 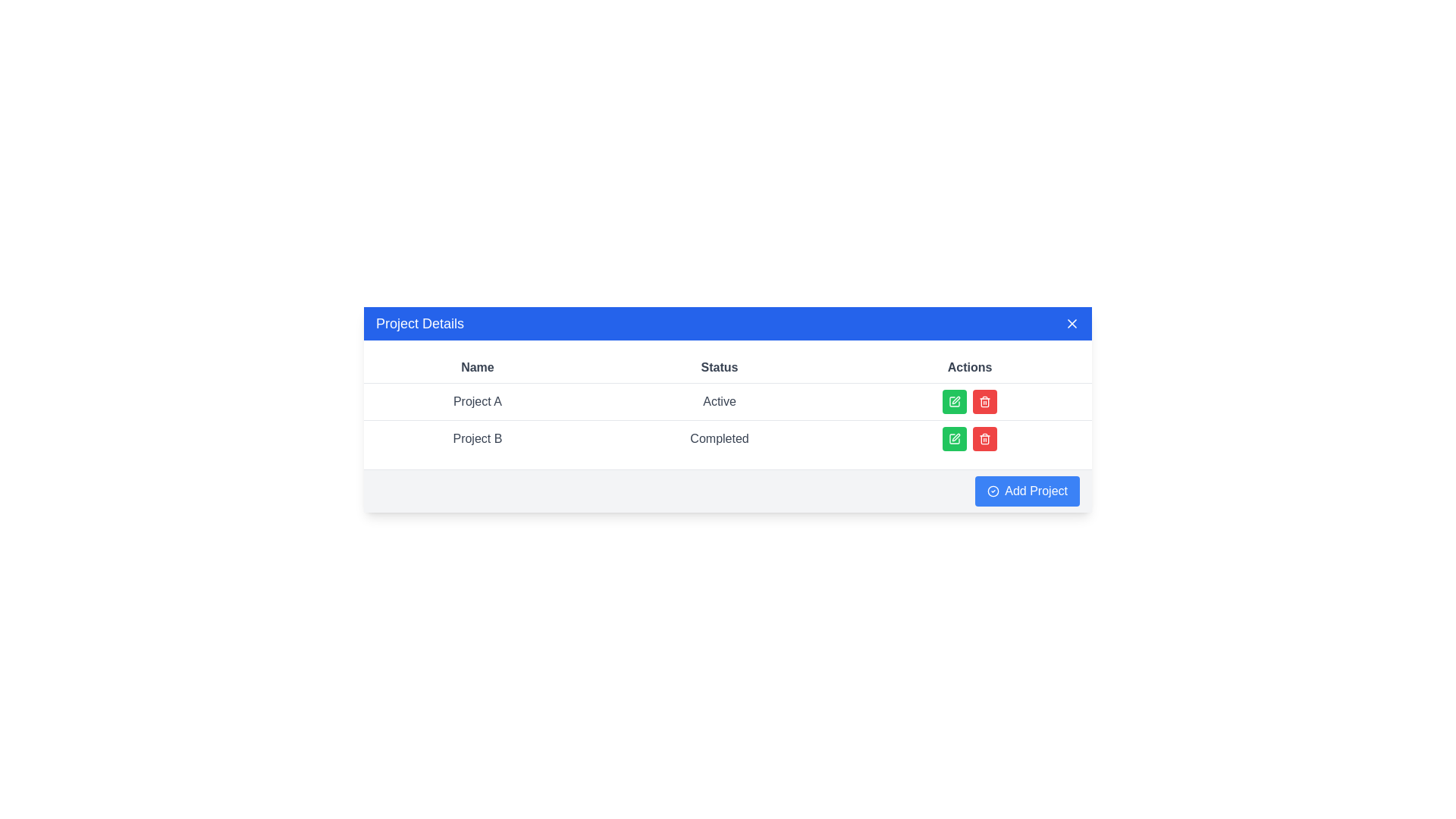 I want to click on success confirmation icon located to the left of the 'Add Project' button at the bottom-right corner of the interface, so click(x=993, y=491).